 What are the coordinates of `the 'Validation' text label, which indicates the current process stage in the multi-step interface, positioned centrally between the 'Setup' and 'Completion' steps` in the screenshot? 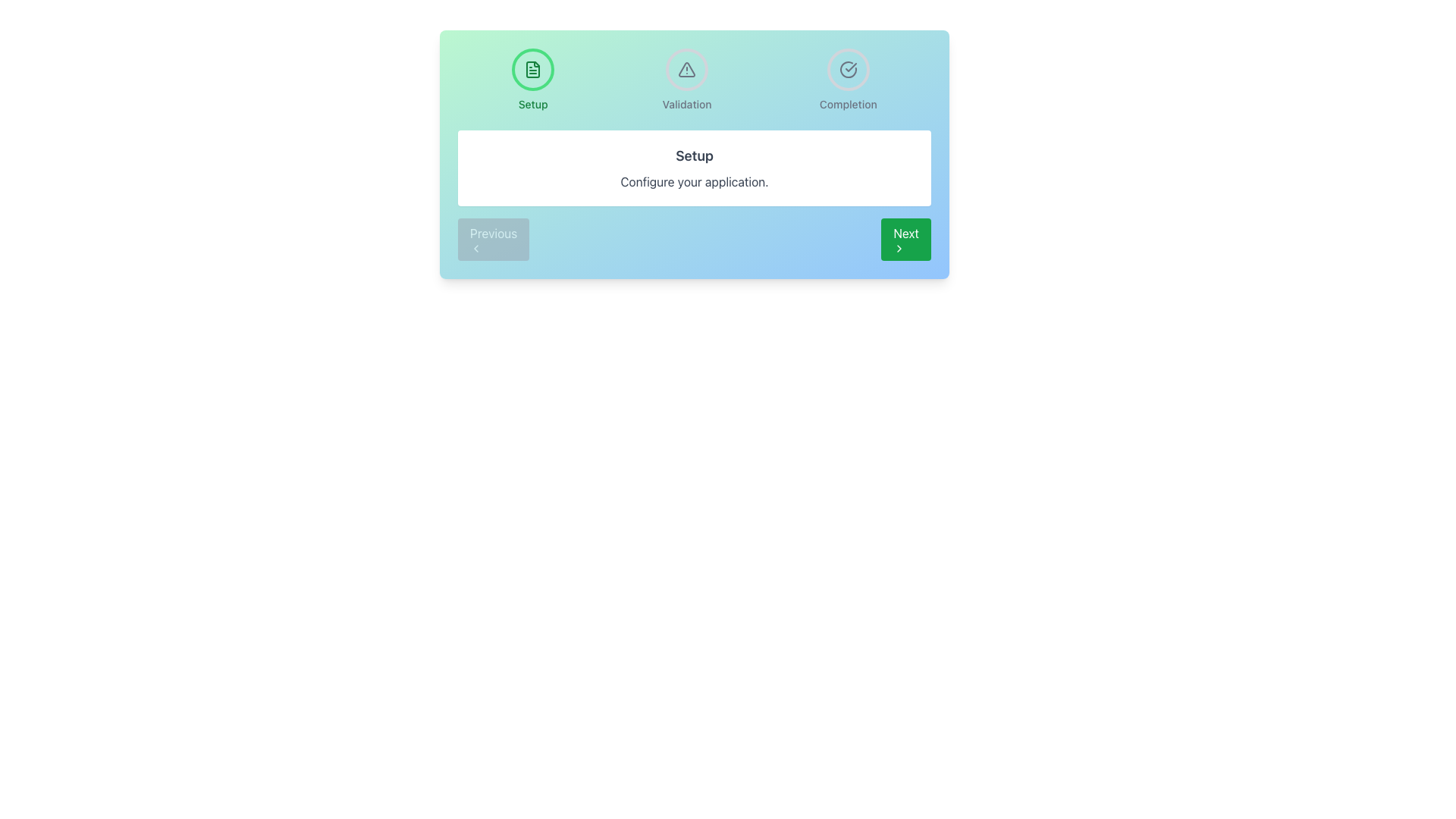 It's located at (686, 104).